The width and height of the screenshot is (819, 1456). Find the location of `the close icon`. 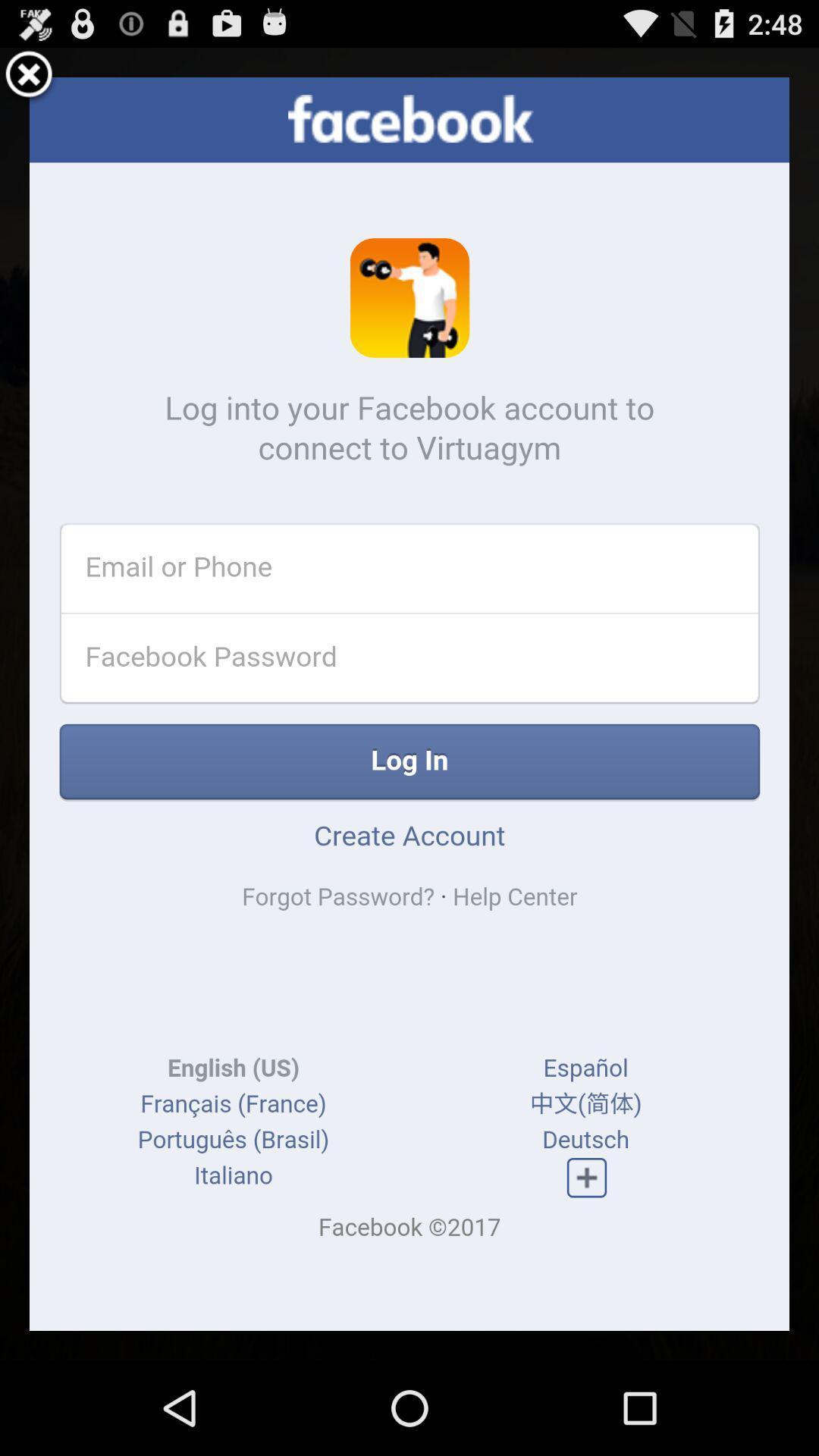

the close icon is located at coordinates (29, 81).